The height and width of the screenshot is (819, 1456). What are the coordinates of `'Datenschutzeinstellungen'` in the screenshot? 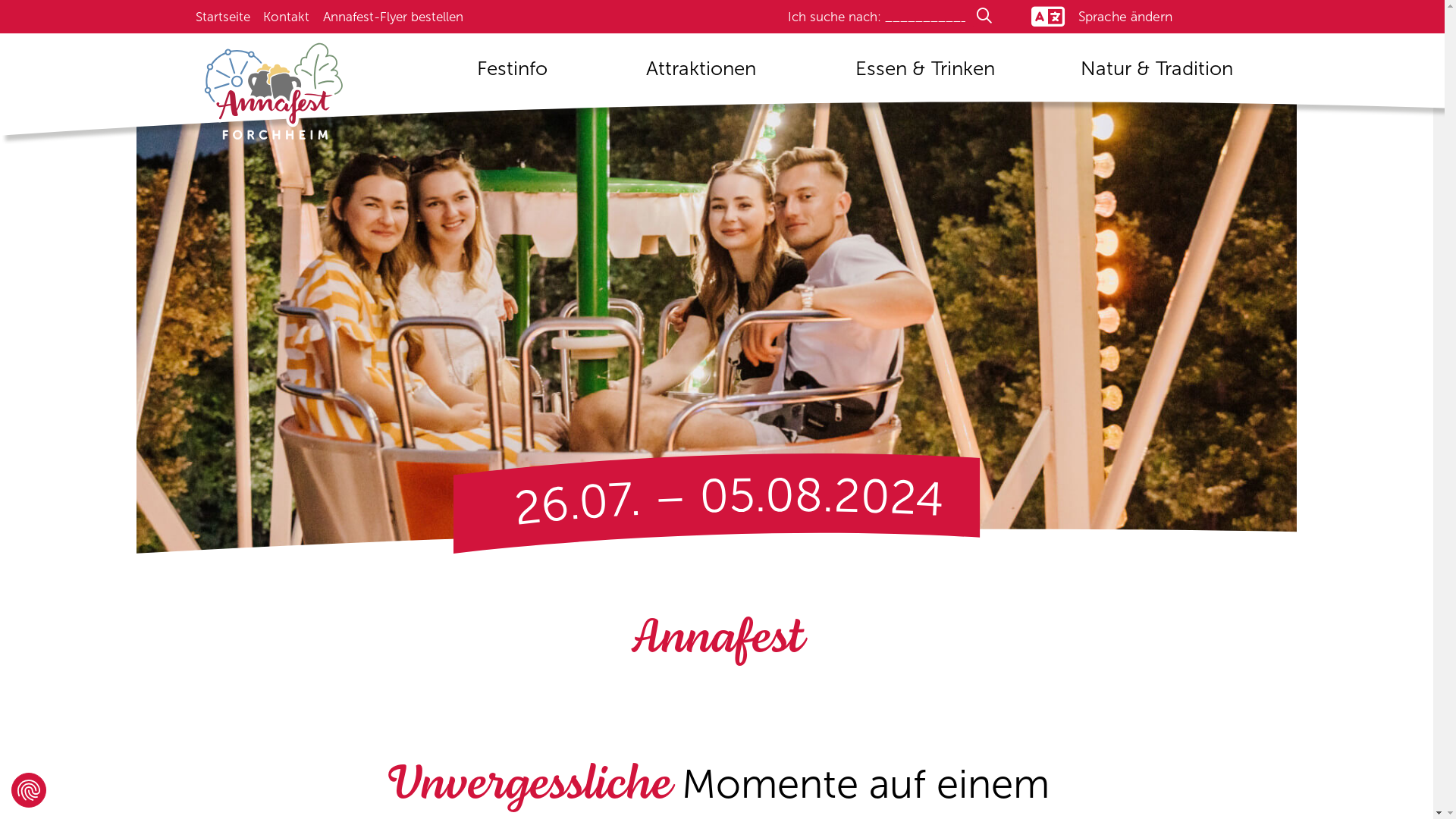 It's located at (29, 789).